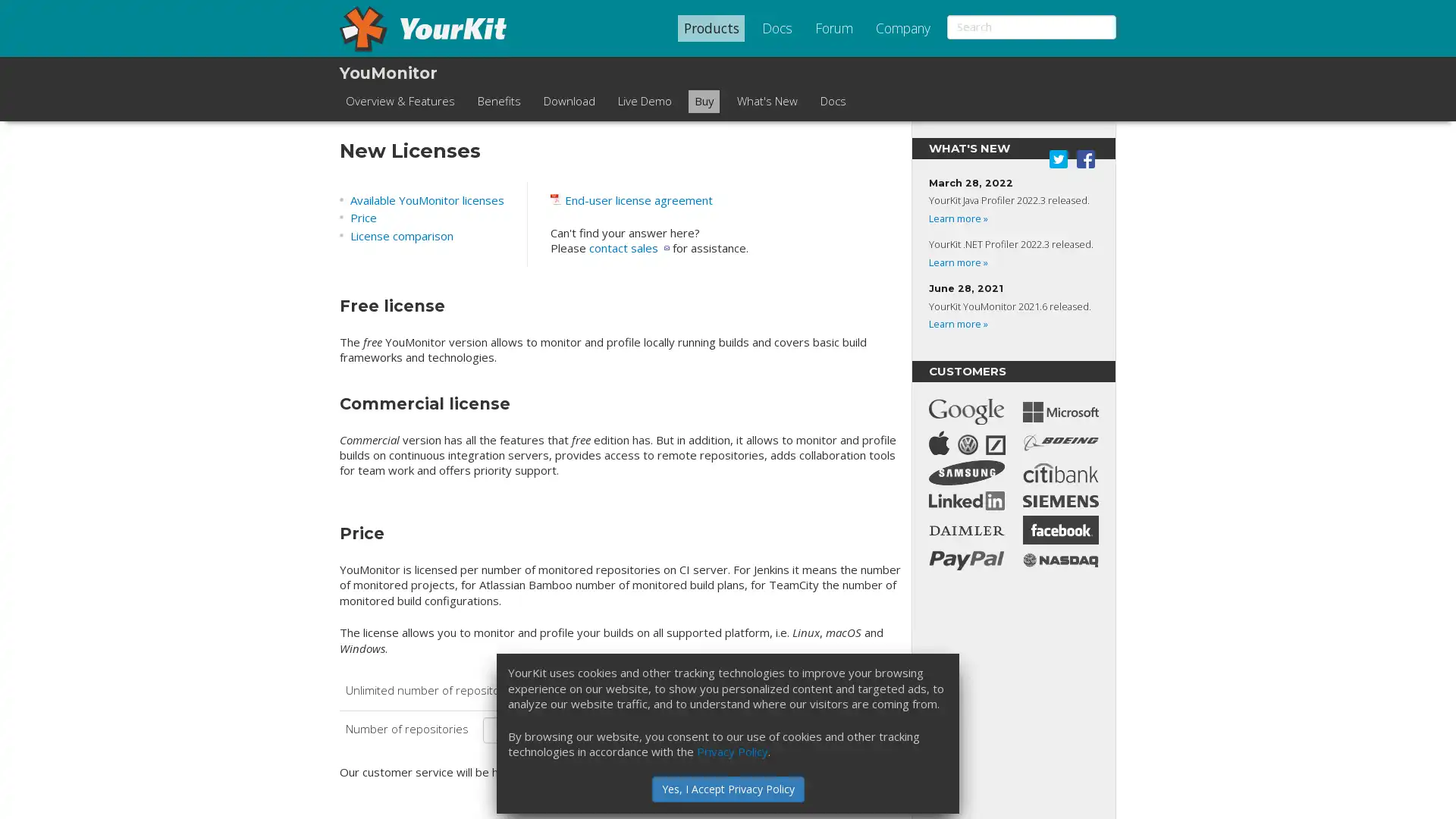  Describe the element at coordinates (854, 730) in the screenshot. I see `Buy Now` at that location.